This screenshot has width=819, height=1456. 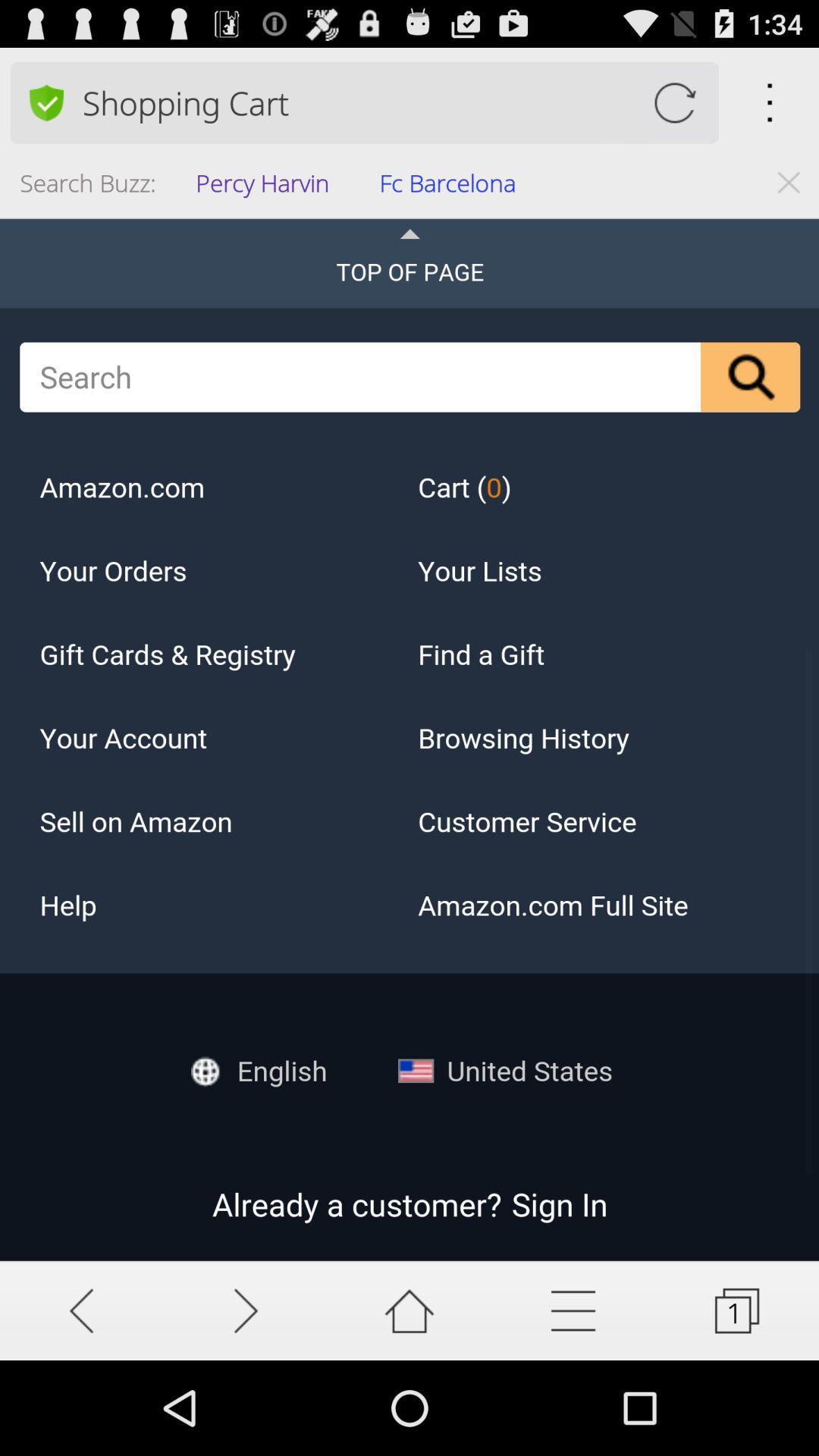 I want to click on app below percy harvin item, so click(x=409, y=739).